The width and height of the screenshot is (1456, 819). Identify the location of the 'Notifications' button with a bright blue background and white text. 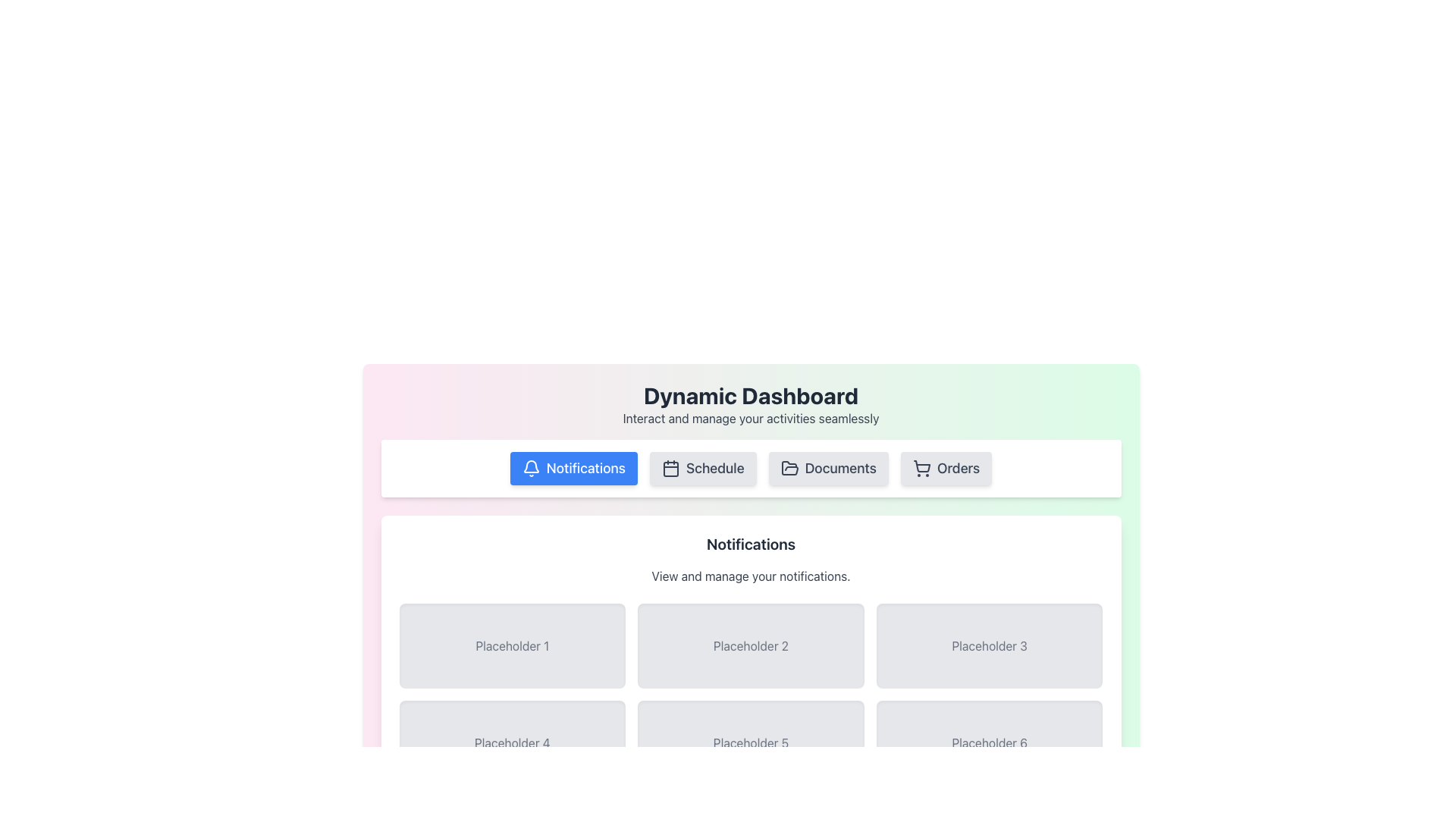
(573, 467).